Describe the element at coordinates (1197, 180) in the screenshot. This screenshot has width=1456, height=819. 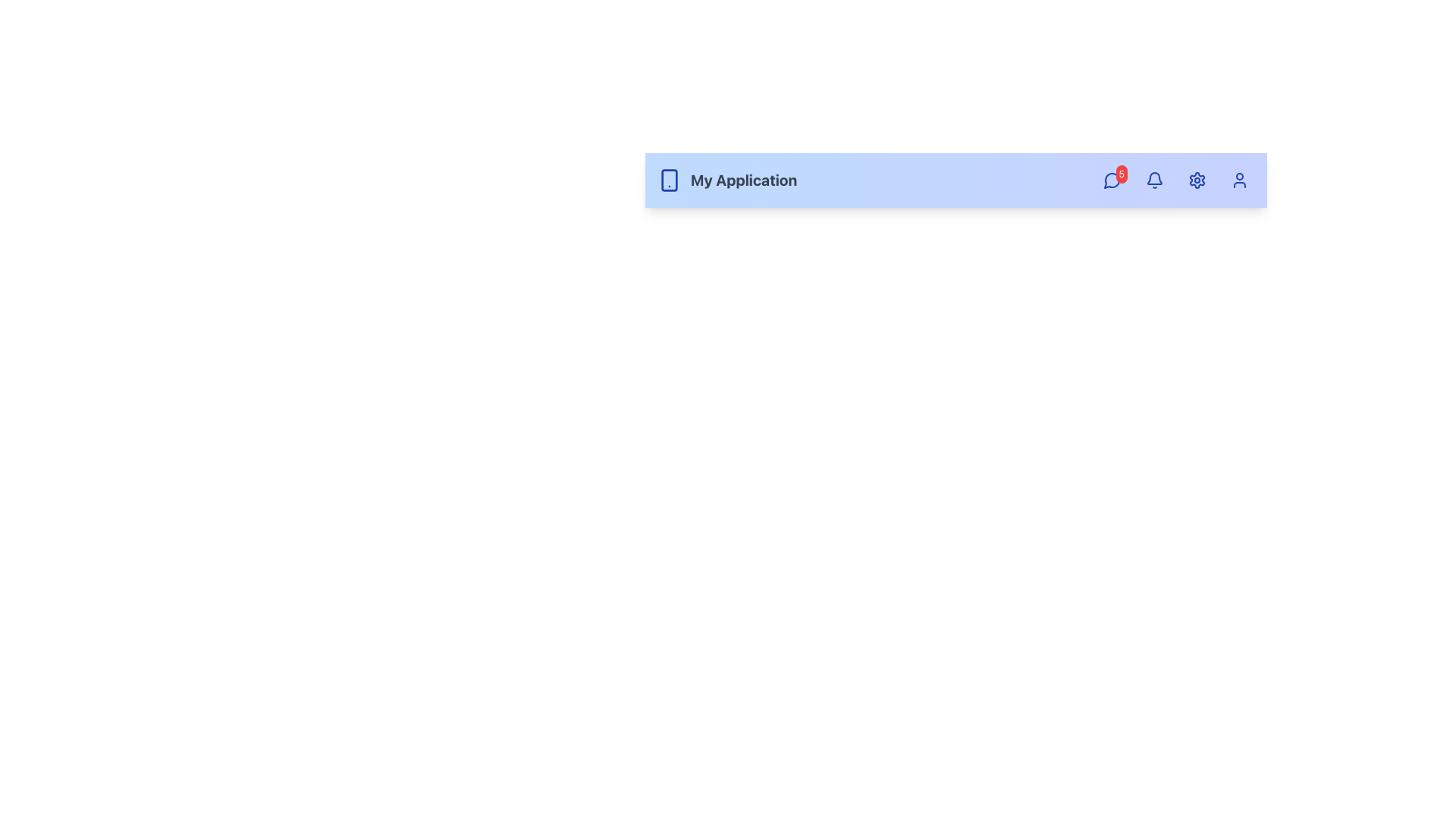
I see `the gear-shaped icon button with blue lines on a transparent background, located` at that location.